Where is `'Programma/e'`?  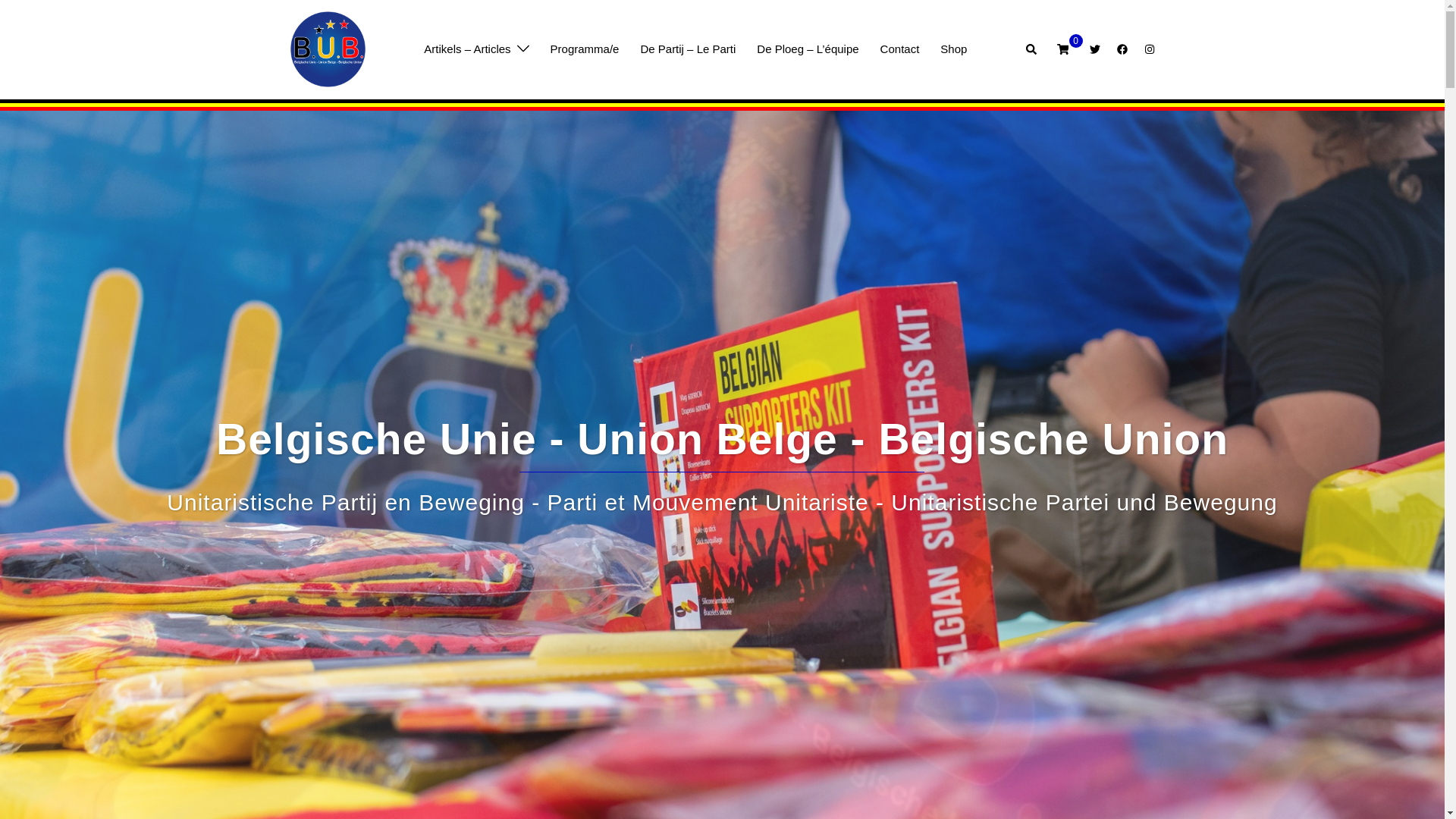 'Programma/e' is located at coordinates (584, 48).